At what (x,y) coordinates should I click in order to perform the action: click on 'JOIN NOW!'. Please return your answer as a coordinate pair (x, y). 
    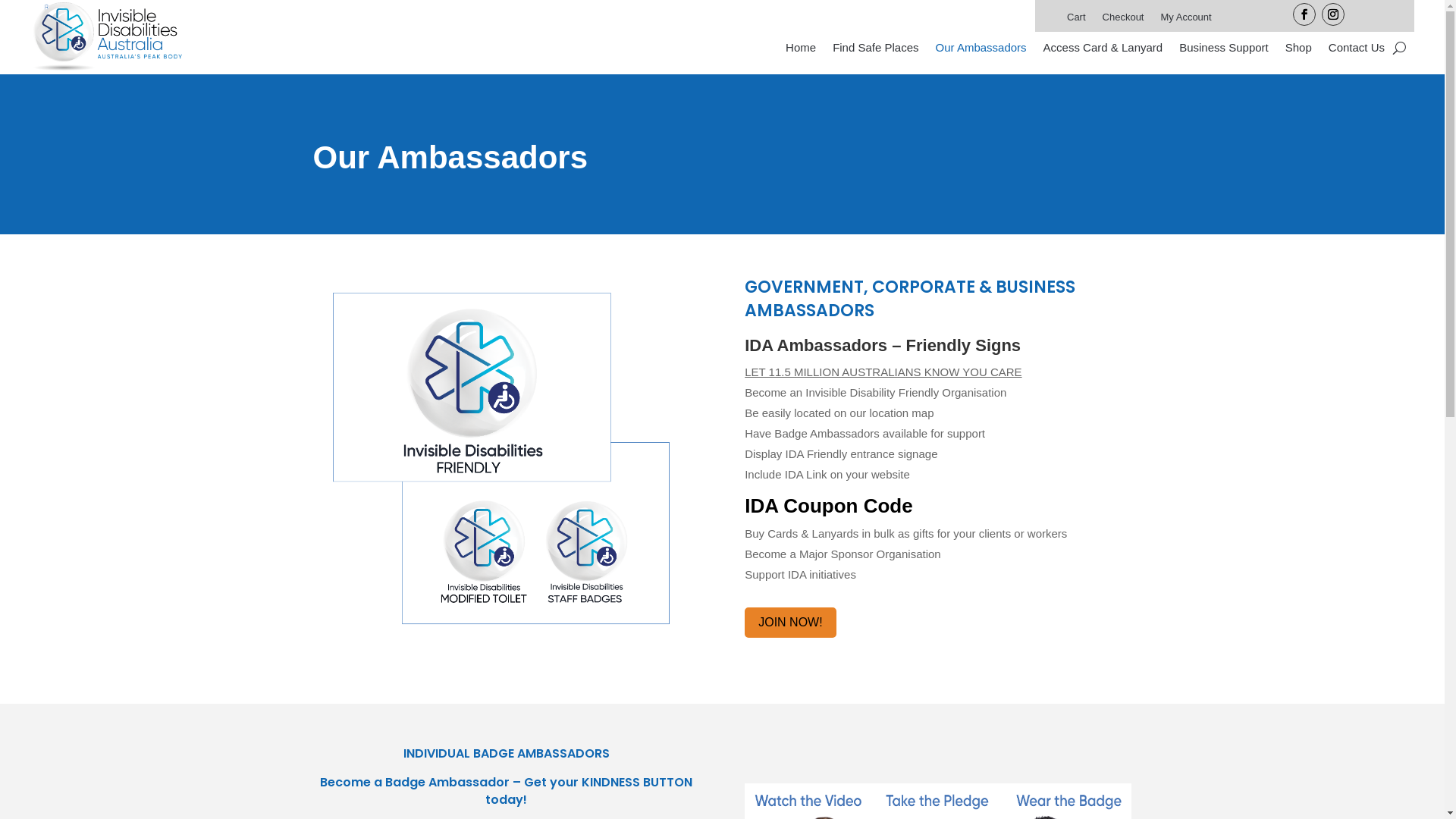
    Looking at the image, I should click on (789, 623).